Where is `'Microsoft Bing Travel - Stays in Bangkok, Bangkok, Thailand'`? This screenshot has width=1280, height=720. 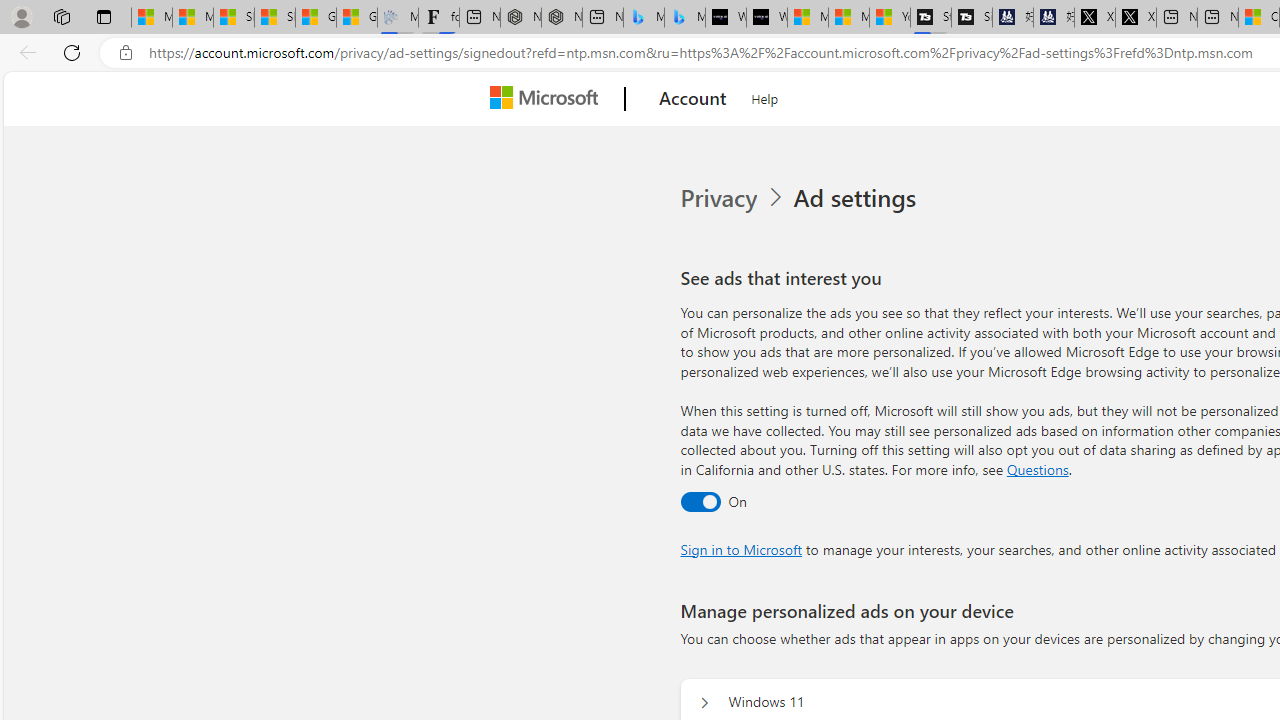
'Microsoft Bing Travel - Stays in Bangkok, Bangkok, Thailand' is located at coordinates (643, 17).